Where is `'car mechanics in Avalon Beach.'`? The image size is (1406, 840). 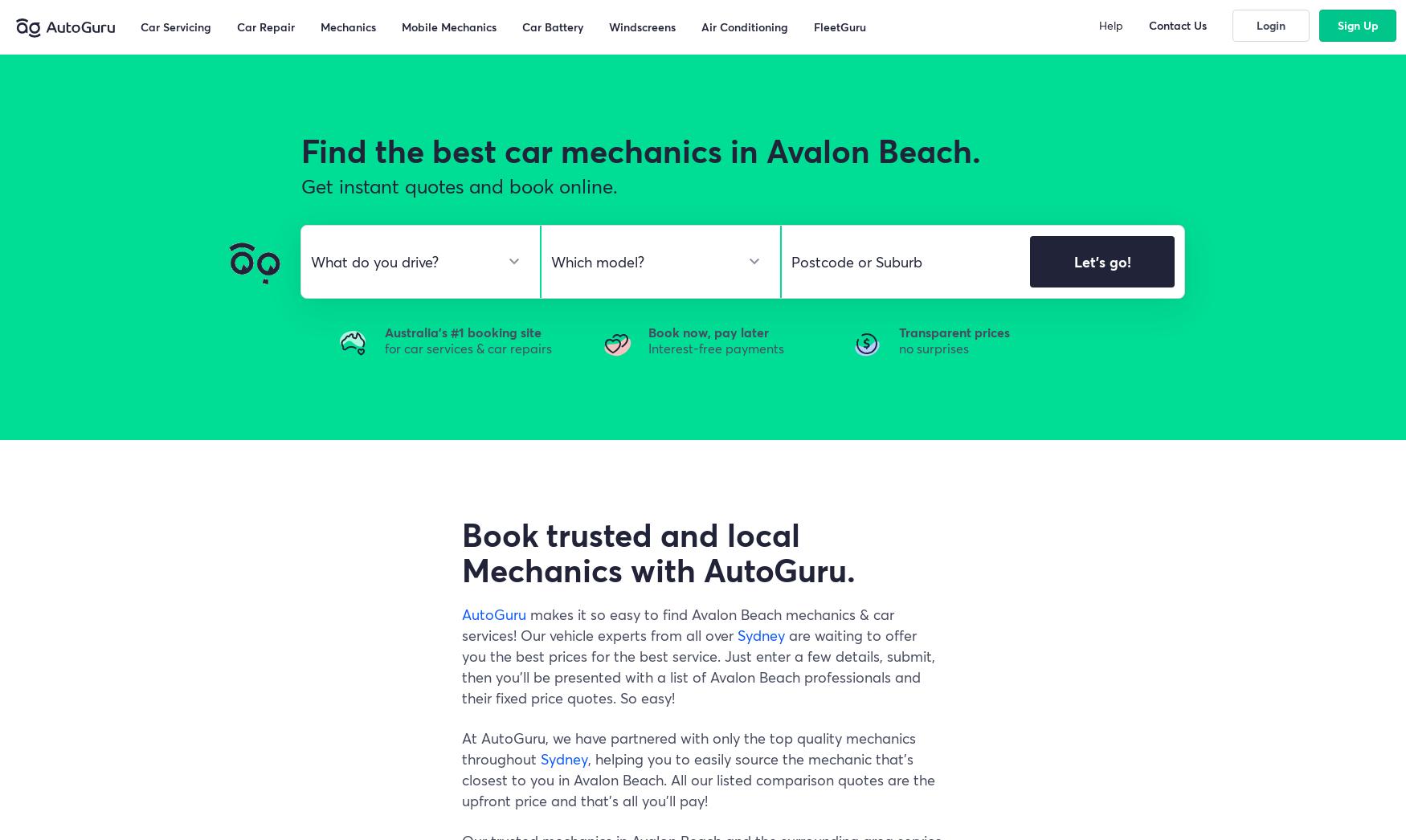 'car mechanics in Avalon Beach.' is located at coordinates (742, 150).